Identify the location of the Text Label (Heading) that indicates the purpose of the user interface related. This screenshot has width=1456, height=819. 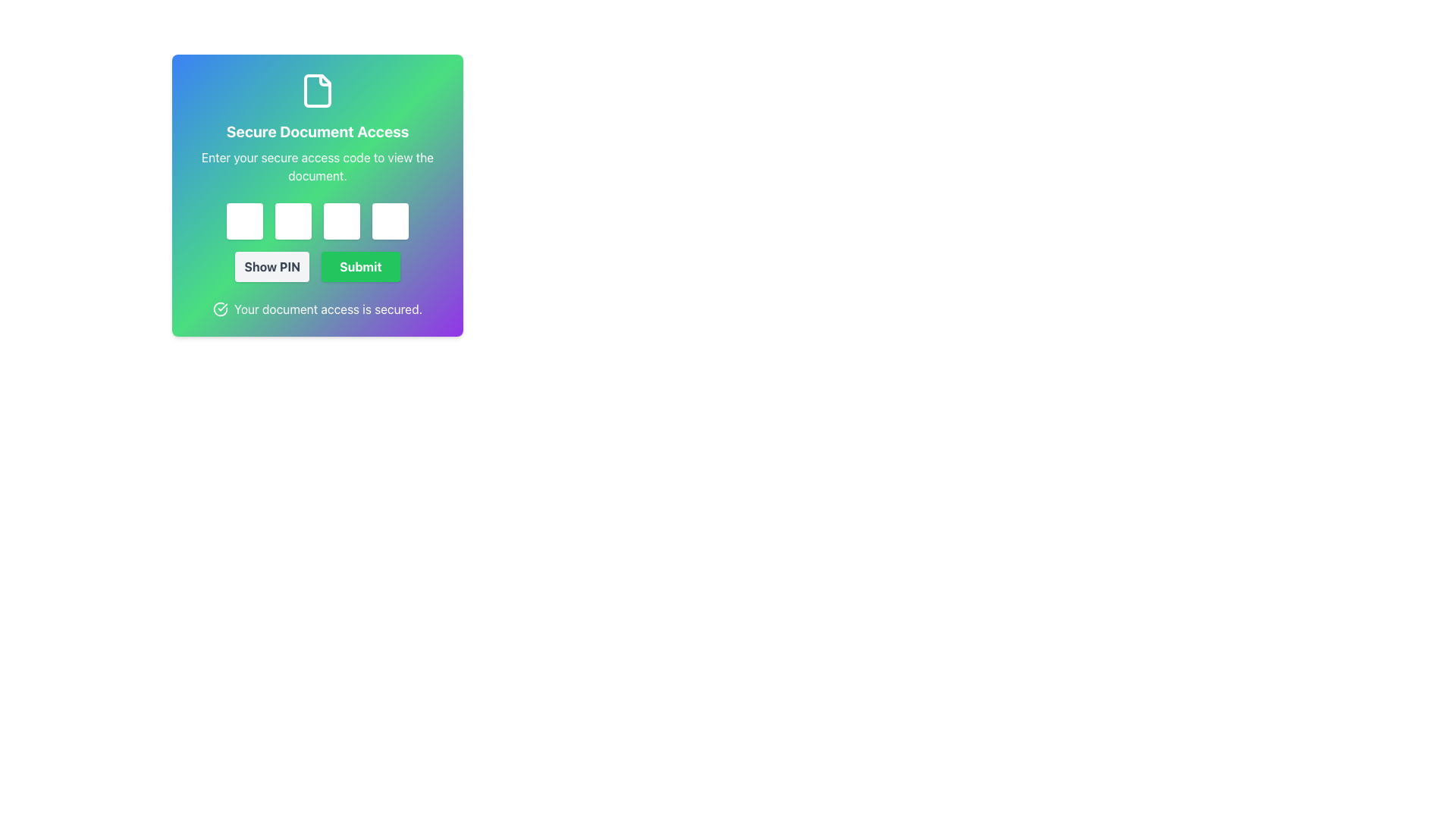
(316, 130).